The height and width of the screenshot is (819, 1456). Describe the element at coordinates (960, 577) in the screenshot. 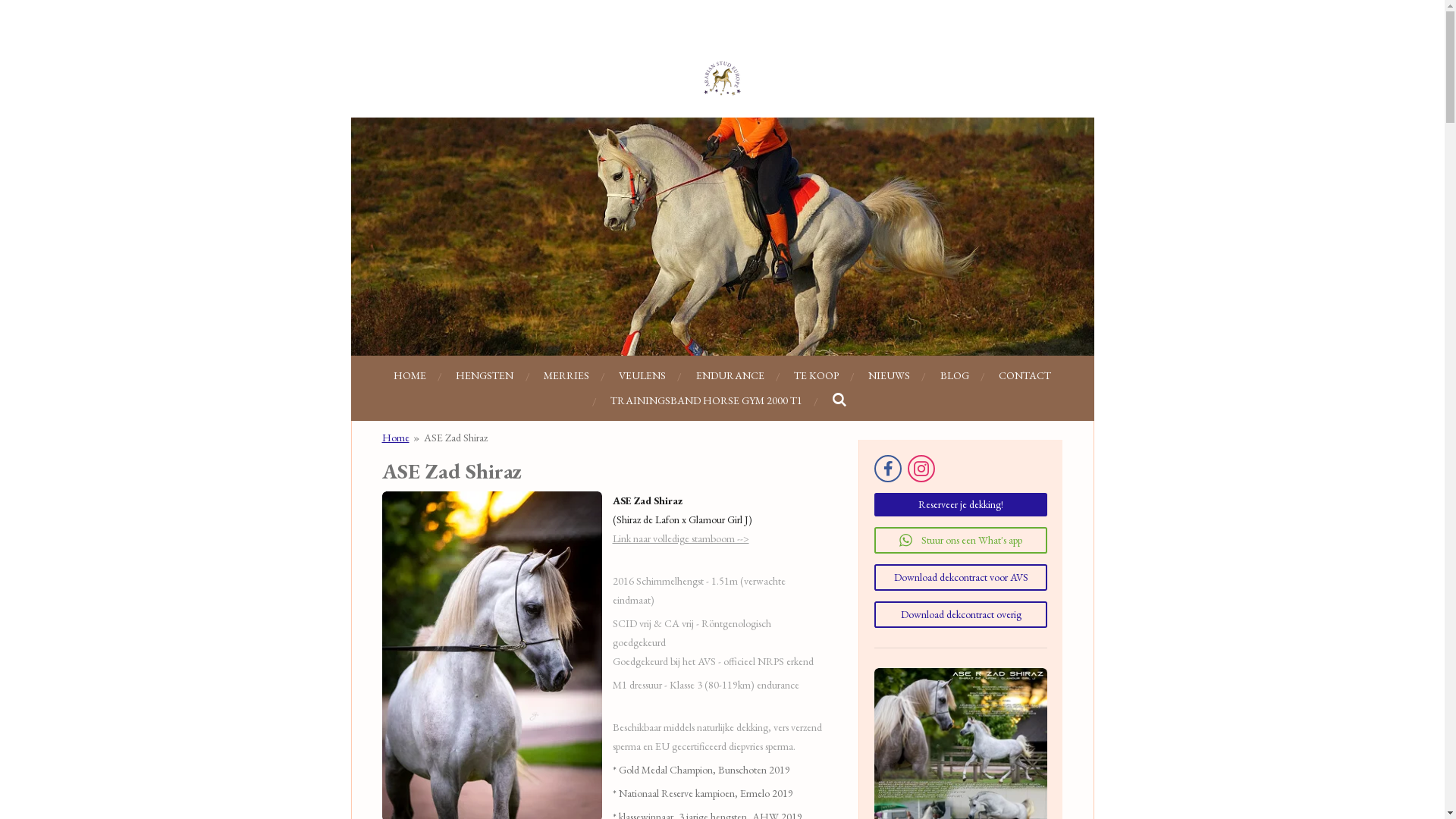

I see `'Download dekcontract voor AVS'` at that location.